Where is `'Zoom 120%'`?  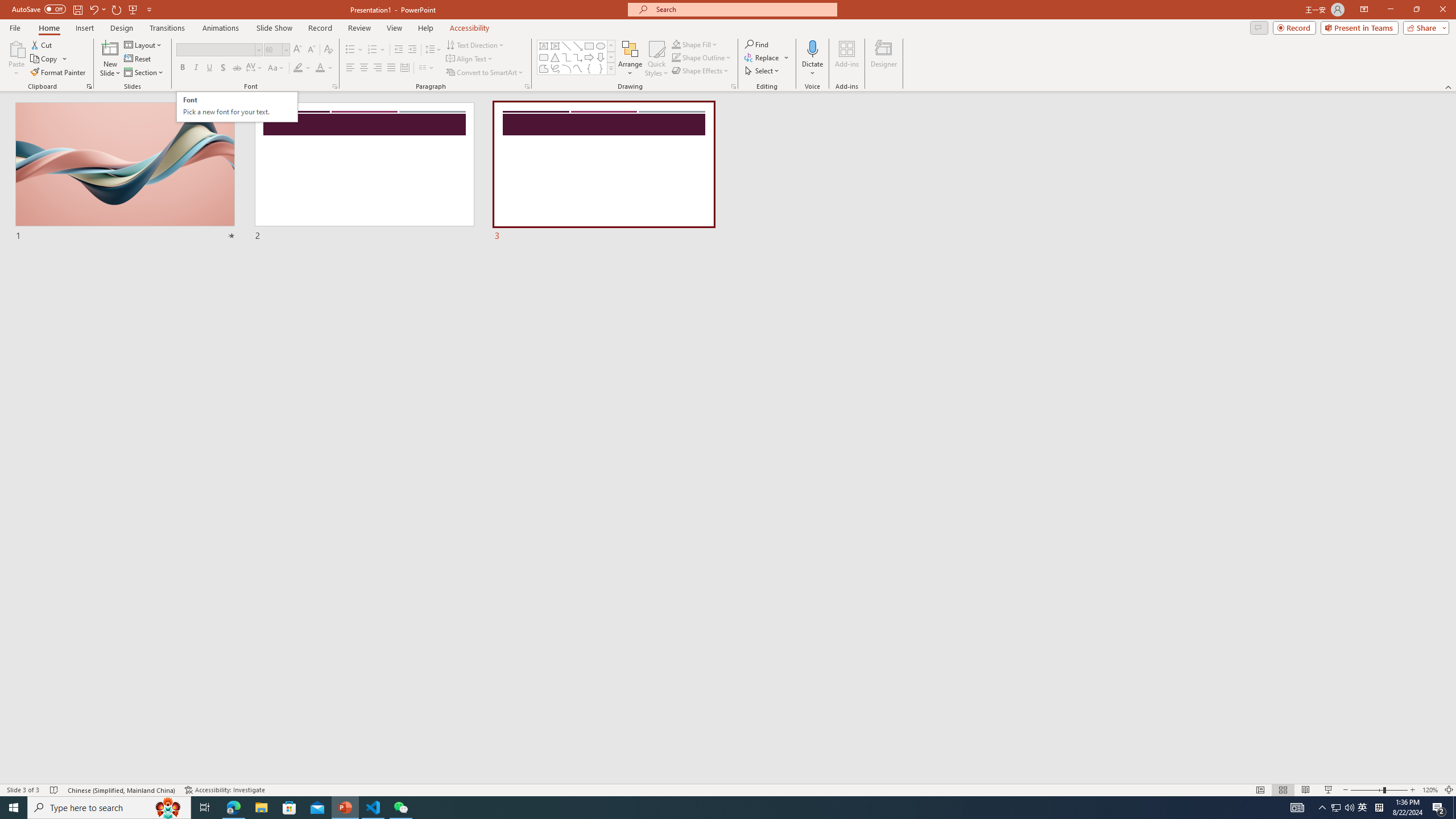
'Zoom 120%' is located at coordinates (1430, 790).